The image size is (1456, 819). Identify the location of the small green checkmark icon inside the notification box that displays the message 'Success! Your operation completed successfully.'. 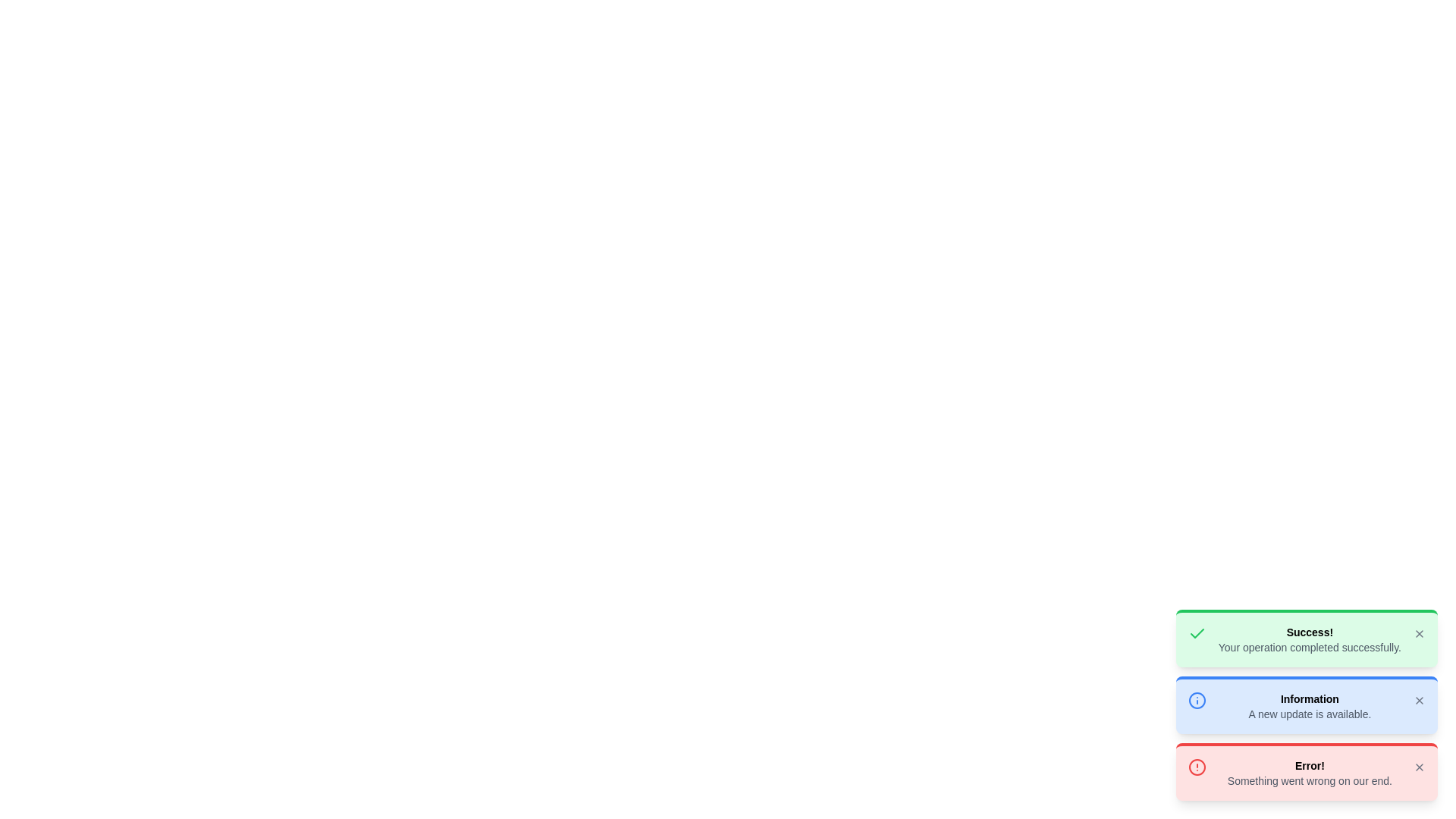
(1196, 633).